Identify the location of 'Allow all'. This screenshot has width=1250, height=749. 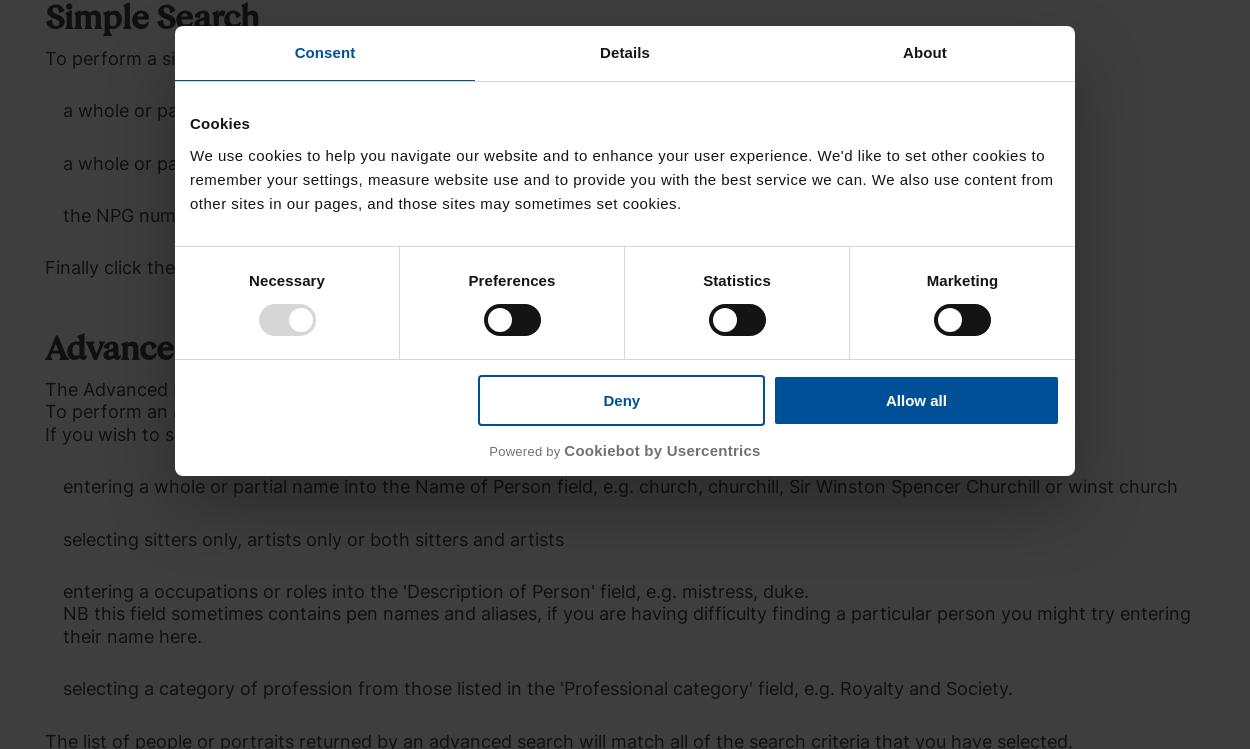
(916, 398).